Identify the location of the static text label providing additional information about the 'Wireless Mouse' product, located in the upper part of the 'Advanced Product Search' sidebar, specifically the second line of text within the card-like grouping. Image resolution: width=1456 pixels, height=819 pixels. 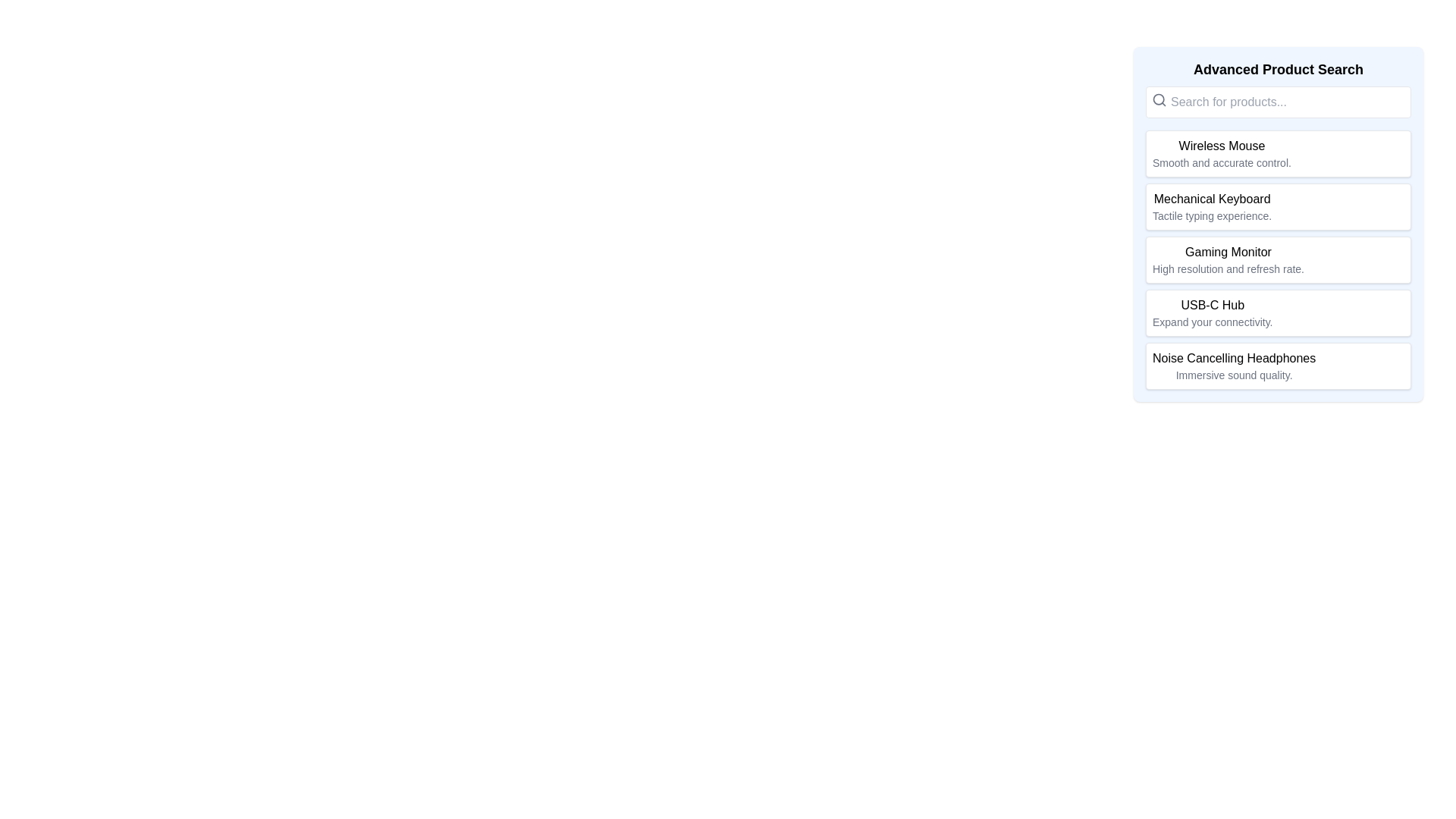
(1222, 163).